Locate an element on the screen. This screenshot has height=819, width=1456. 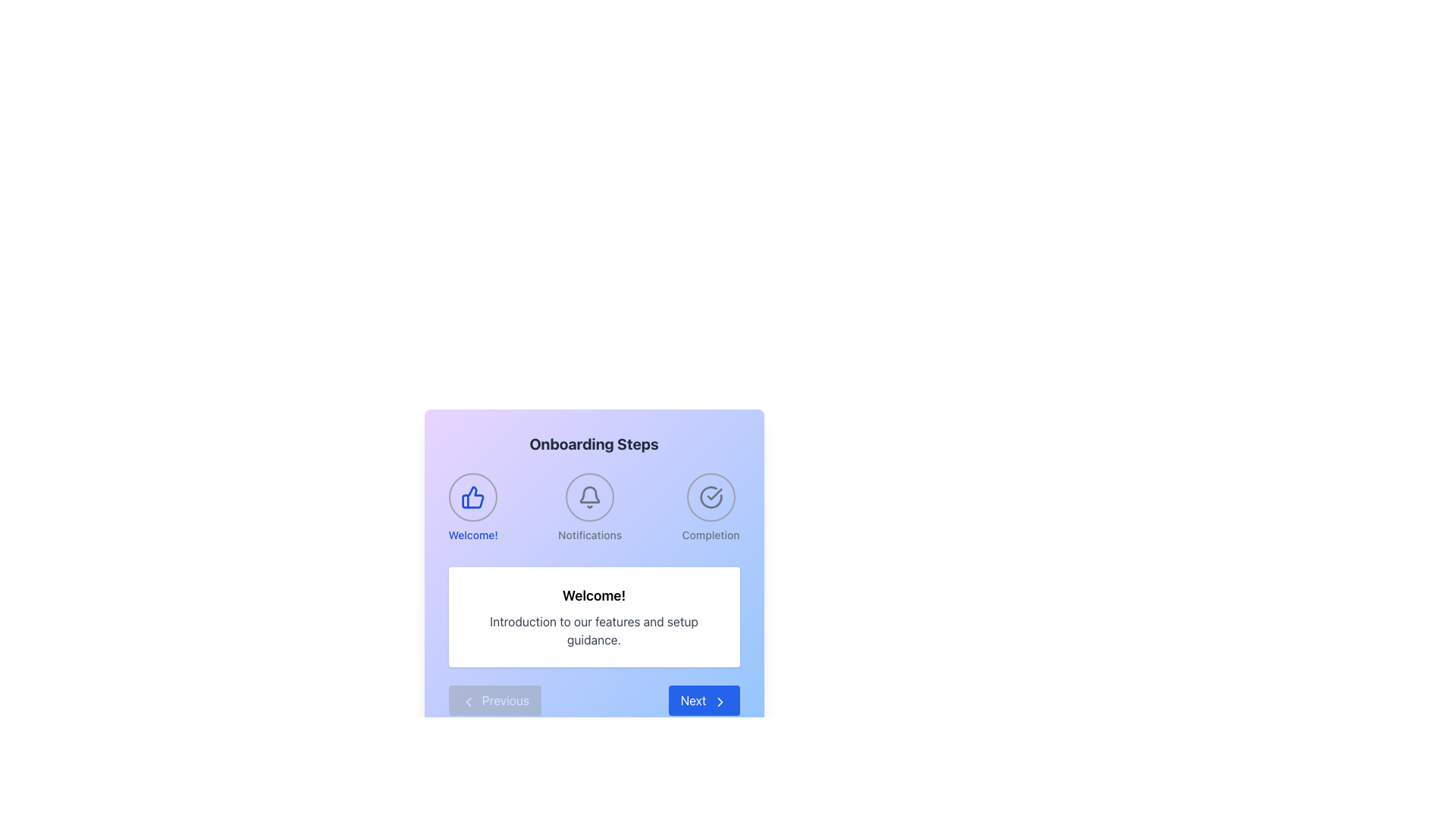
the circular graphic icon with a checkmark located at the top of the 'Completion' step in the onboarding interface, positioned to the right of the 'Notifications' icon is located at coordinates (710, 497).